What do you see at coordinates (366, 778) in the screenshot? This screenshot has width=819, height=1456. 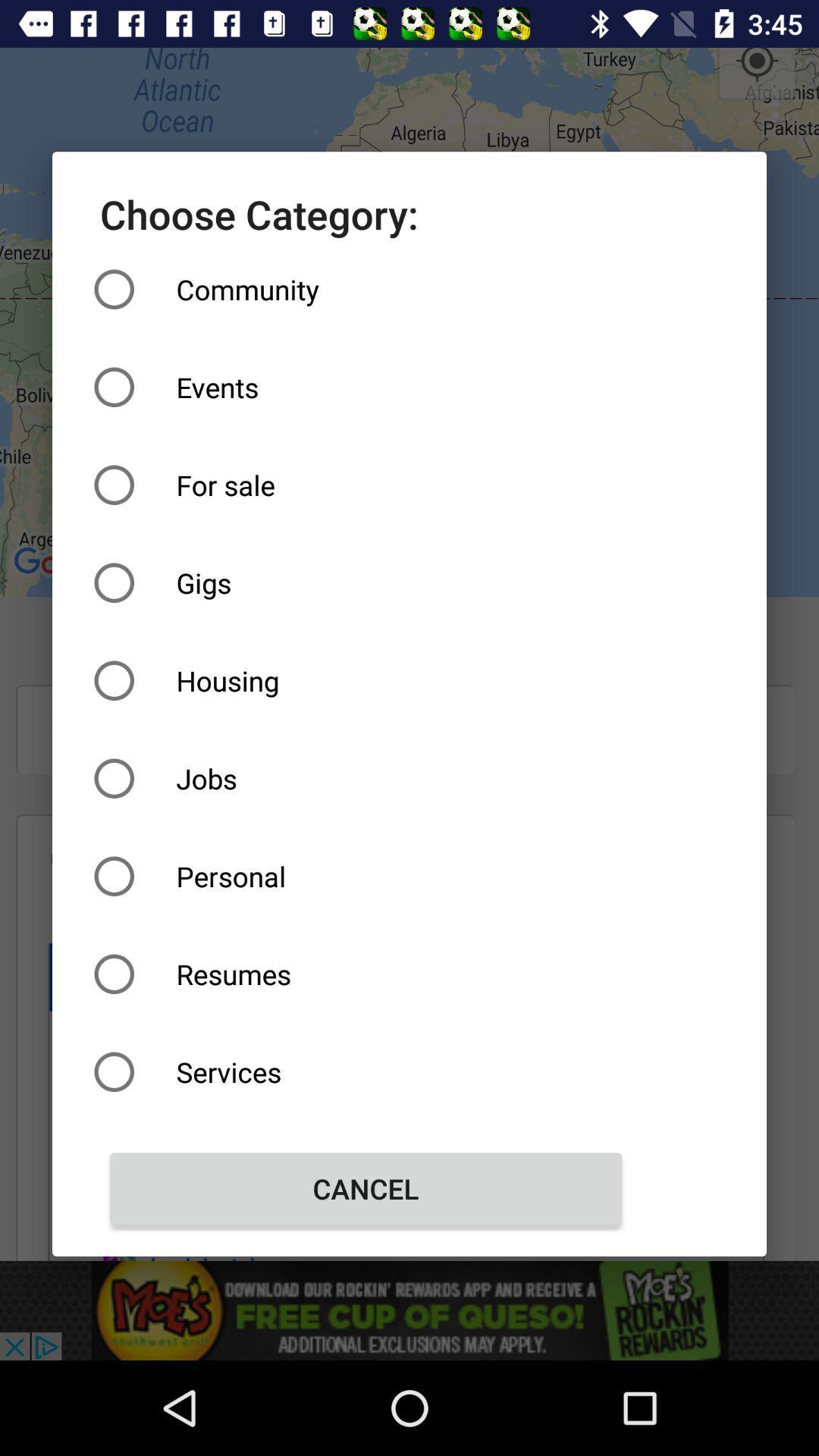 I see `the item above the personal` at bounding box center [366, 778].